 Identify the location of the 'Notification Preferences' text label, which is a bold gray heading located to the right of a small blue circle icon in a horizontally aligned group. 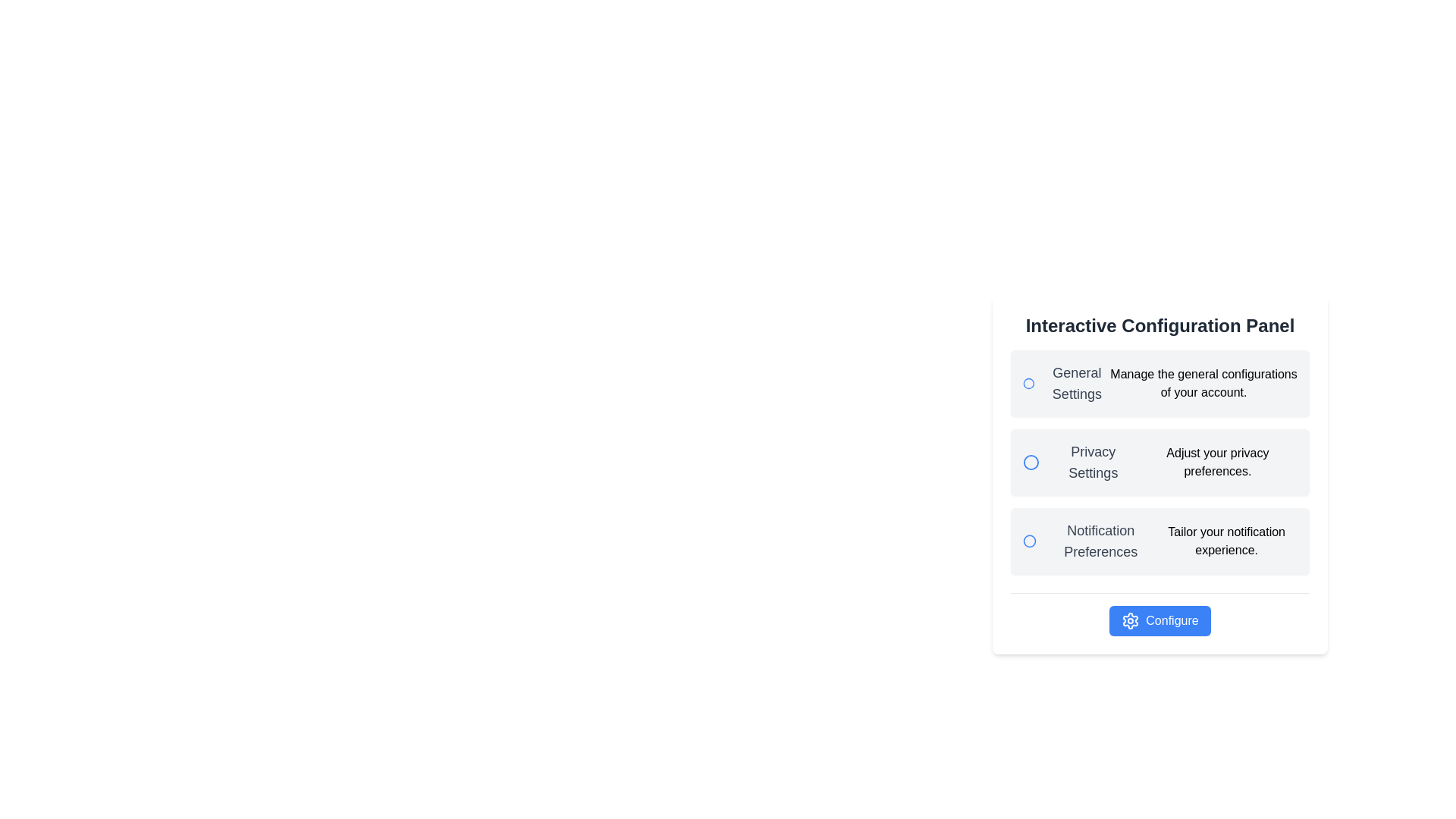
(1100, 540).